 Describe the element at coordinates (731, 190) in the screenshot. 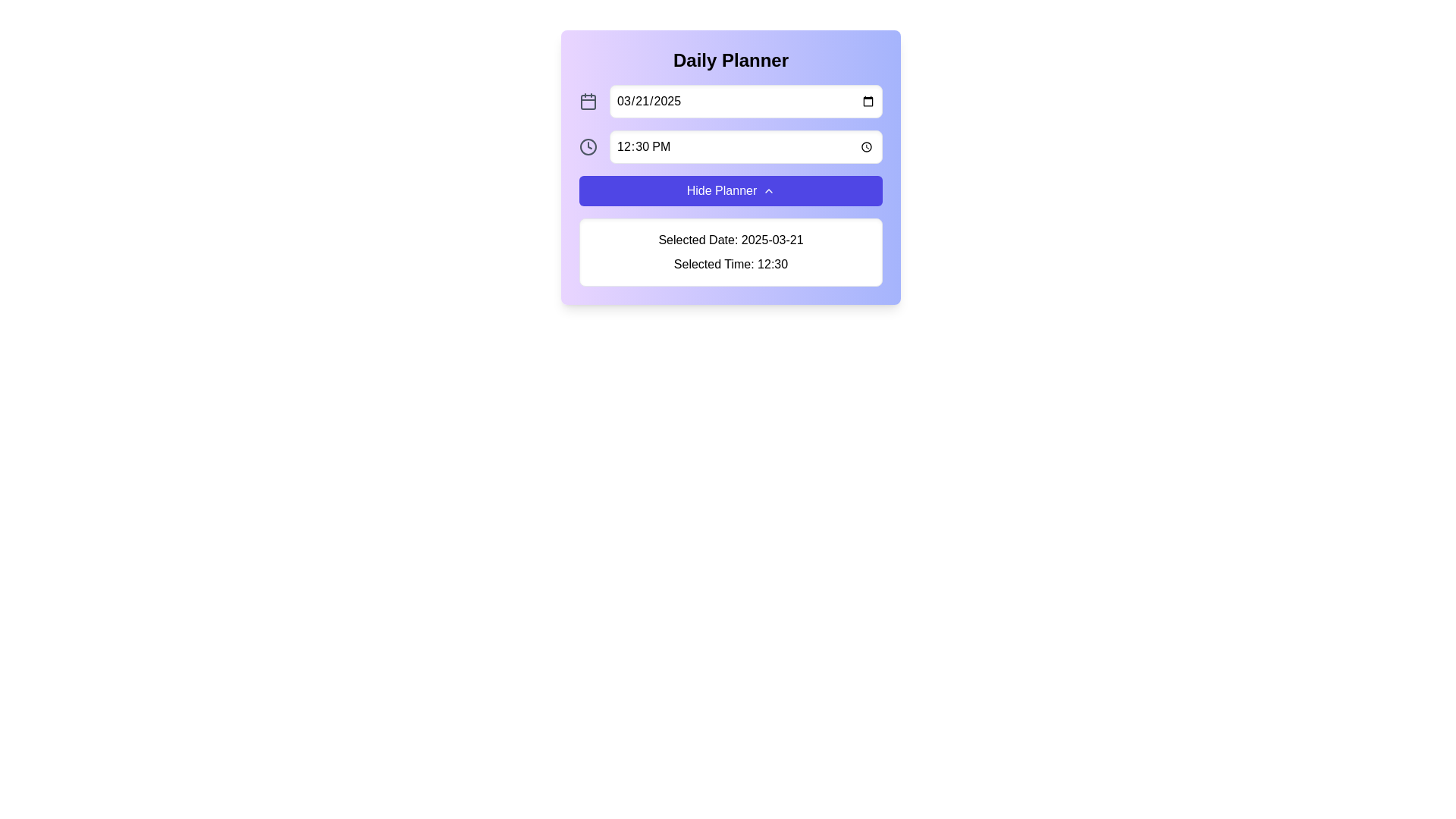

I see `the 'Hide Planner' button with a solid indigo background and white text, located below the datetime input fields` at that location.